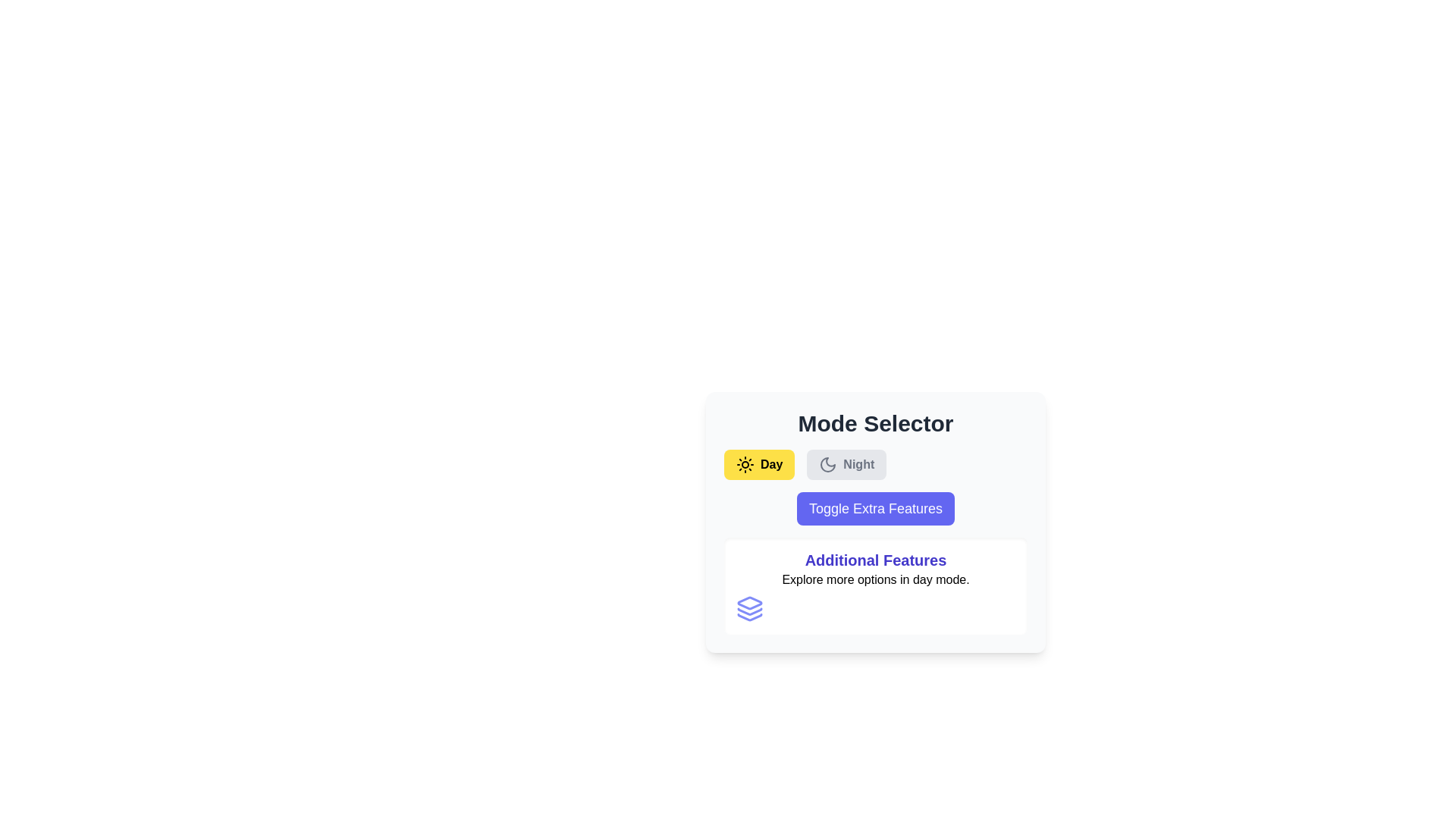 This screenshot has width=1456, height=819. Describe the element at coordinates (876, 464) in the screenshot. I see `the 'Day' toggle button in the Toggle switch group` at that location.